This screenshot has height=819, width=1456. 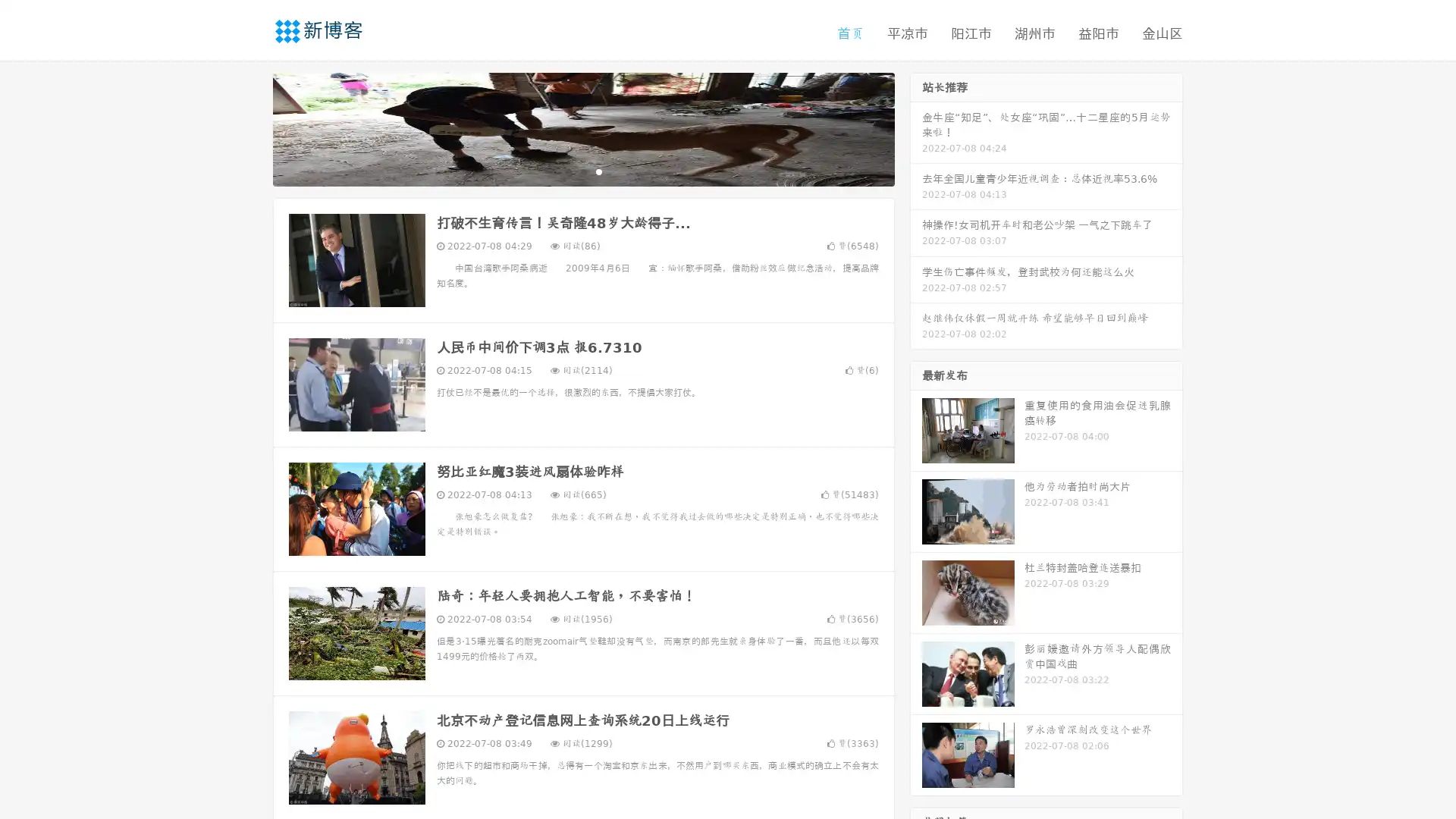 What do you see at coordinates (567, 171) in the screenshot?
I see `Go to slide 1` at bounding box center [567, 171].